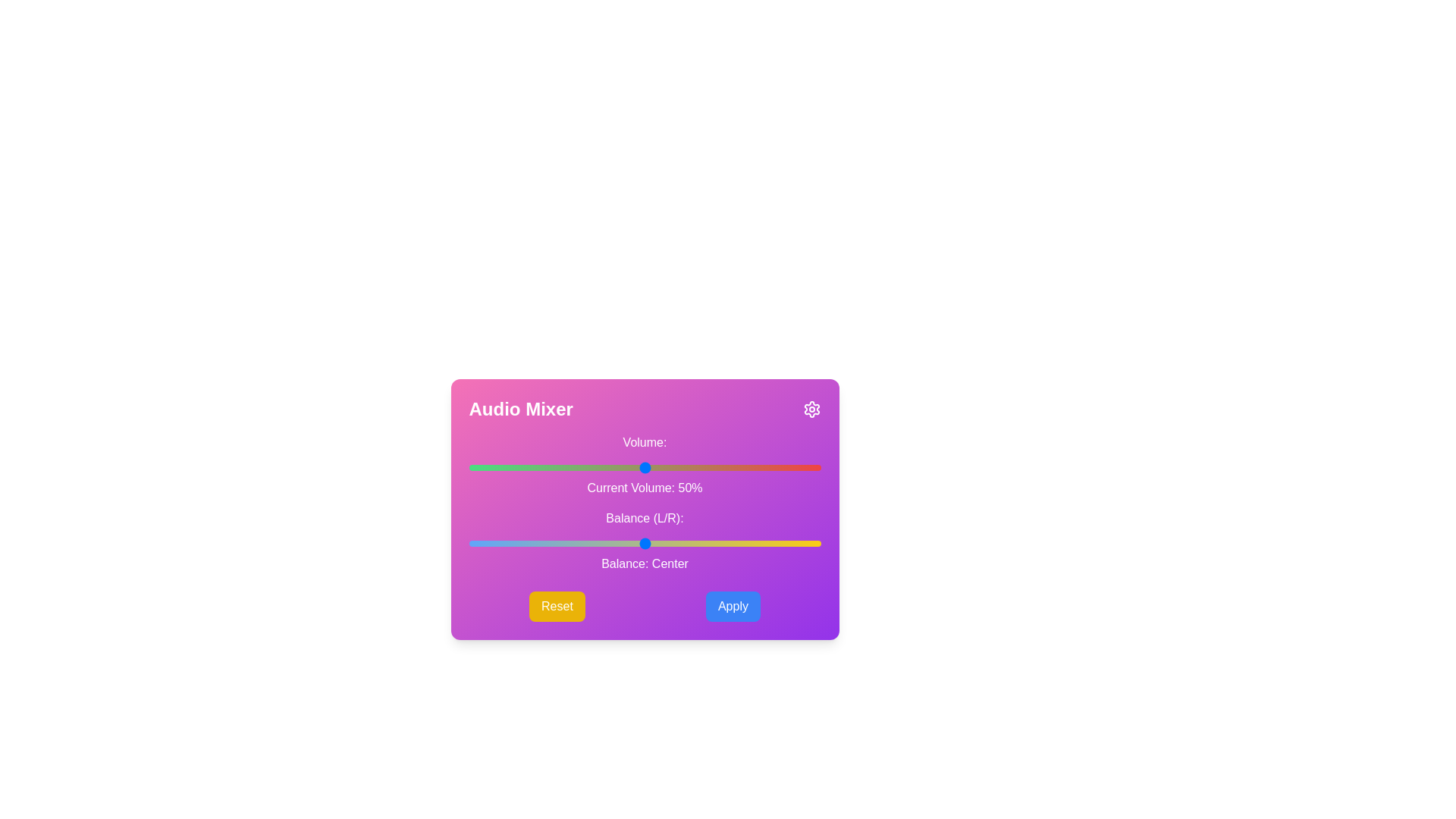  What do you see at coordinates (775, 543) in the screenshot?
I see `the balance slider to set the balance to 37 where balance is a value between -50 and 50` at bounding box center [775, 543].